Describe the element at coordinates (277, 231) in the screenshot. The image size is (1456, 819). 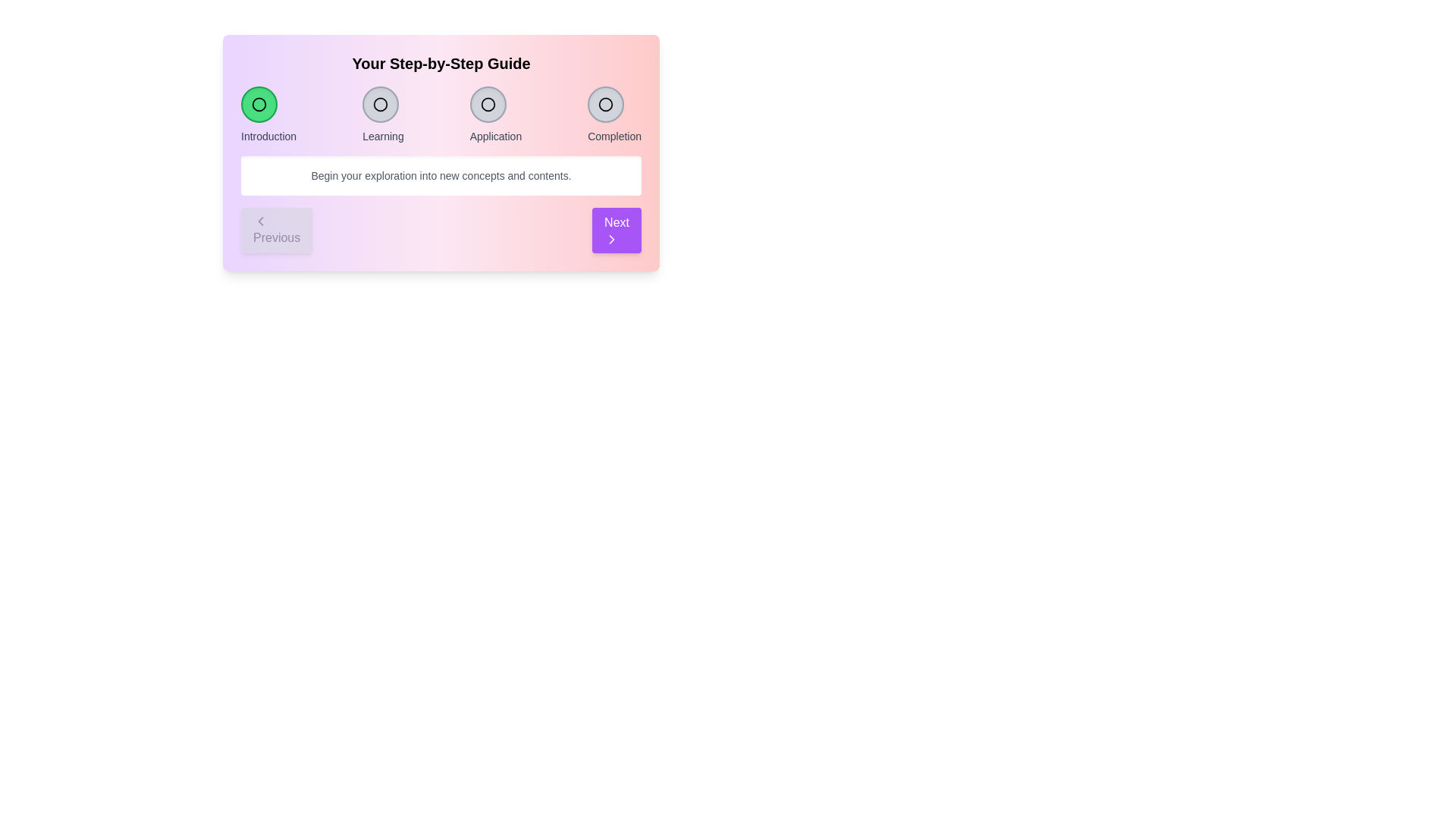
I see `the 'Previous' button located on the left side of the navigation control group at the bottom of the interface` at that location.